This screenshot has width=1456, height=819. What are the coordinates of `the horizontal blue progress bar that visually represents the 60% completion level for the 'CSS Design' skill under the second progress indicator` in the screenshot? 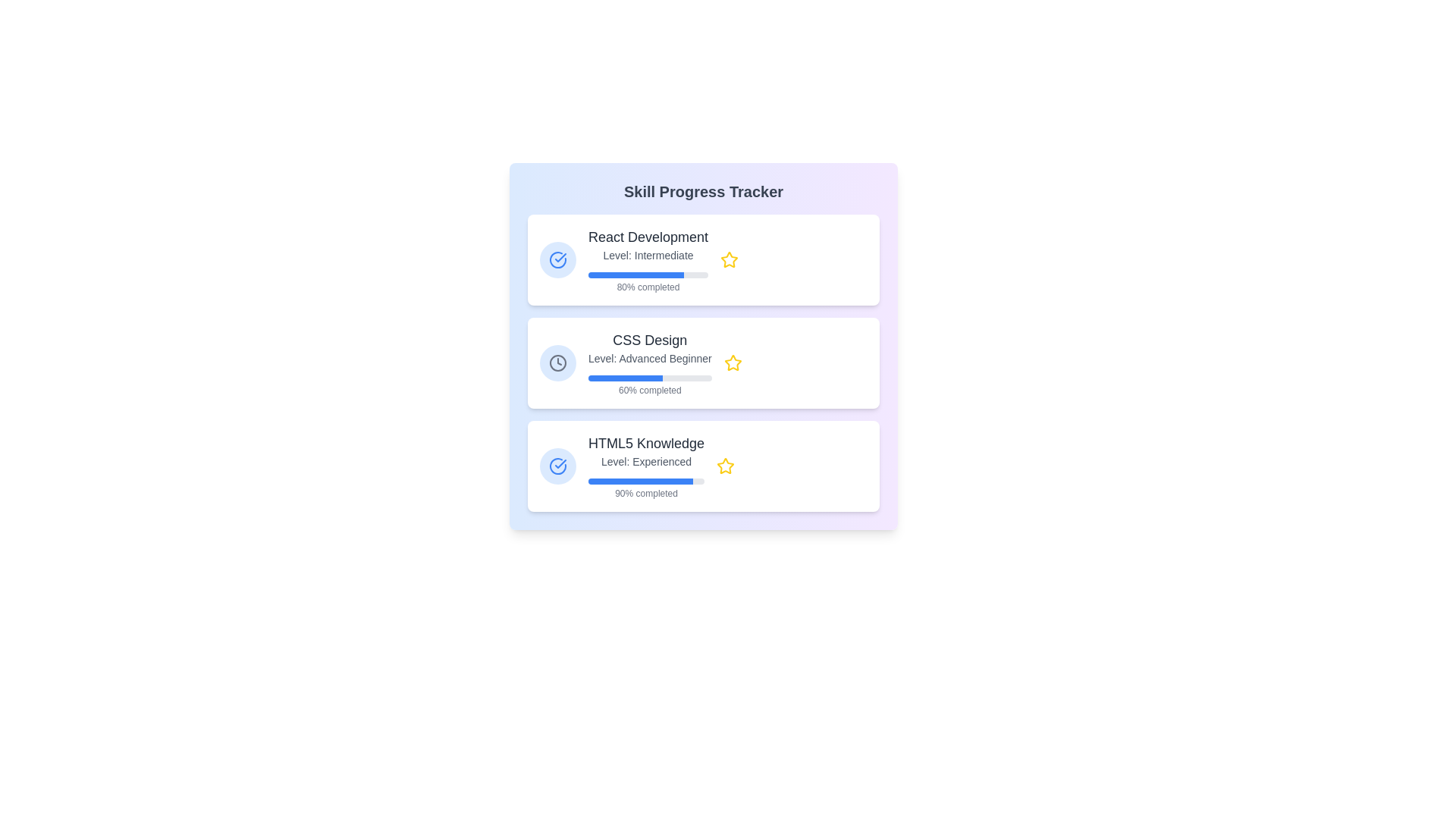 It's located at (625, 377).